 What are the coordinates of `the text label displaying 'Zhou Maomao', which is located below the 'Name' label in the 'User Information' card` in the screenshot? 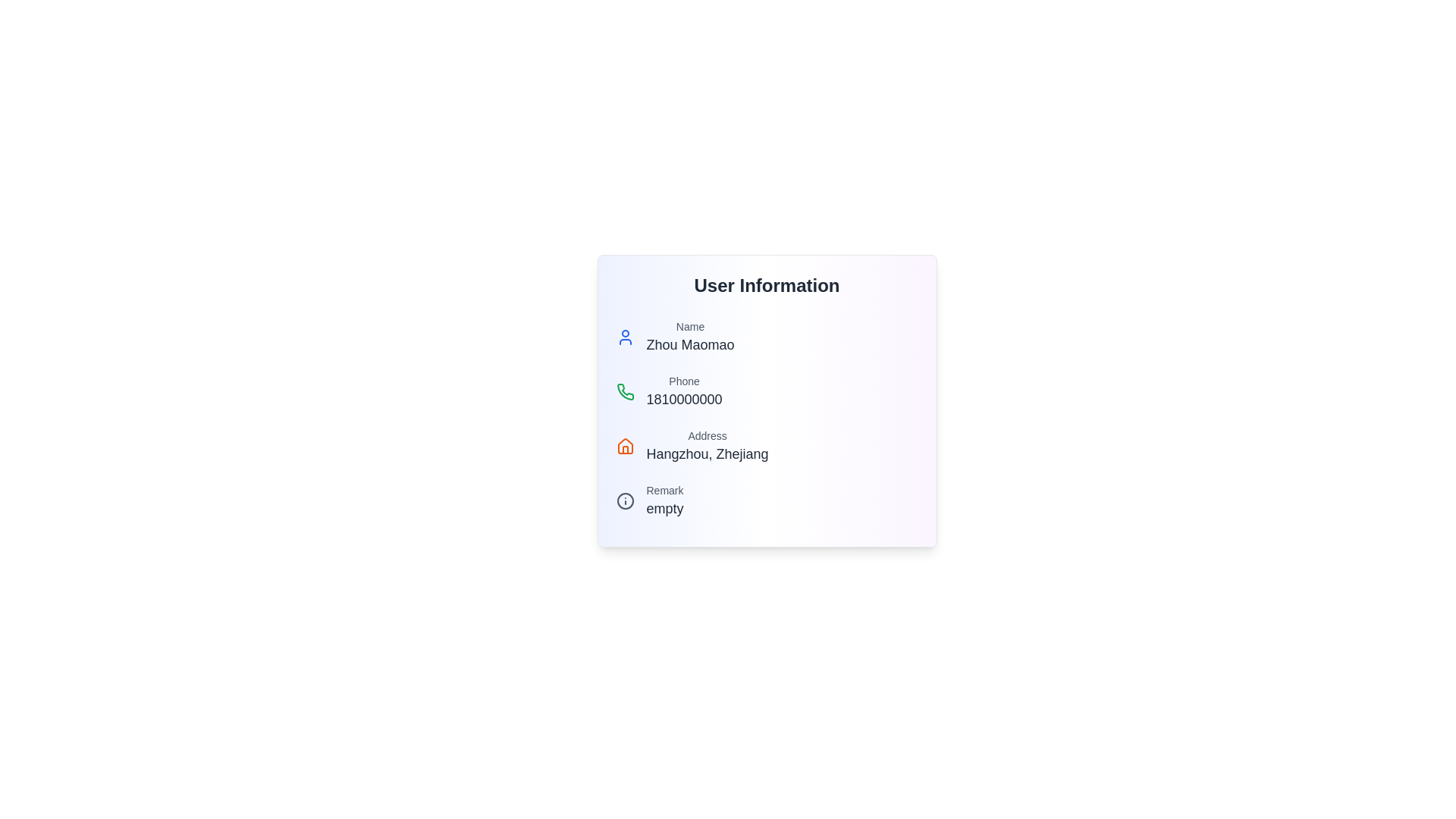 It's located at (689, 345).